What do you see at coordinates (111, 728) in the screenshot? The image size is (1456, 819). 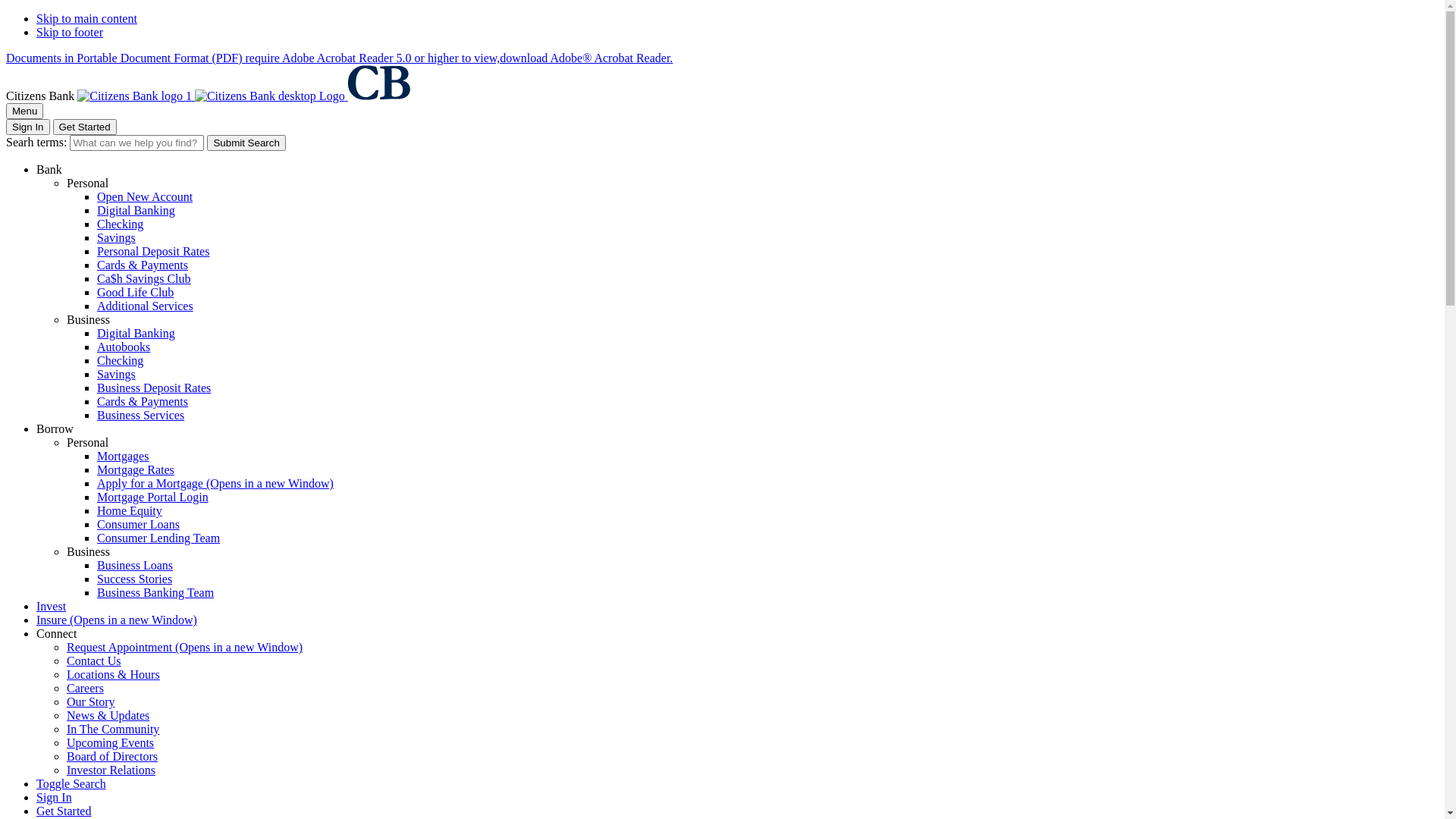 I see `'In The Community'` at bounding box center [111, 728].